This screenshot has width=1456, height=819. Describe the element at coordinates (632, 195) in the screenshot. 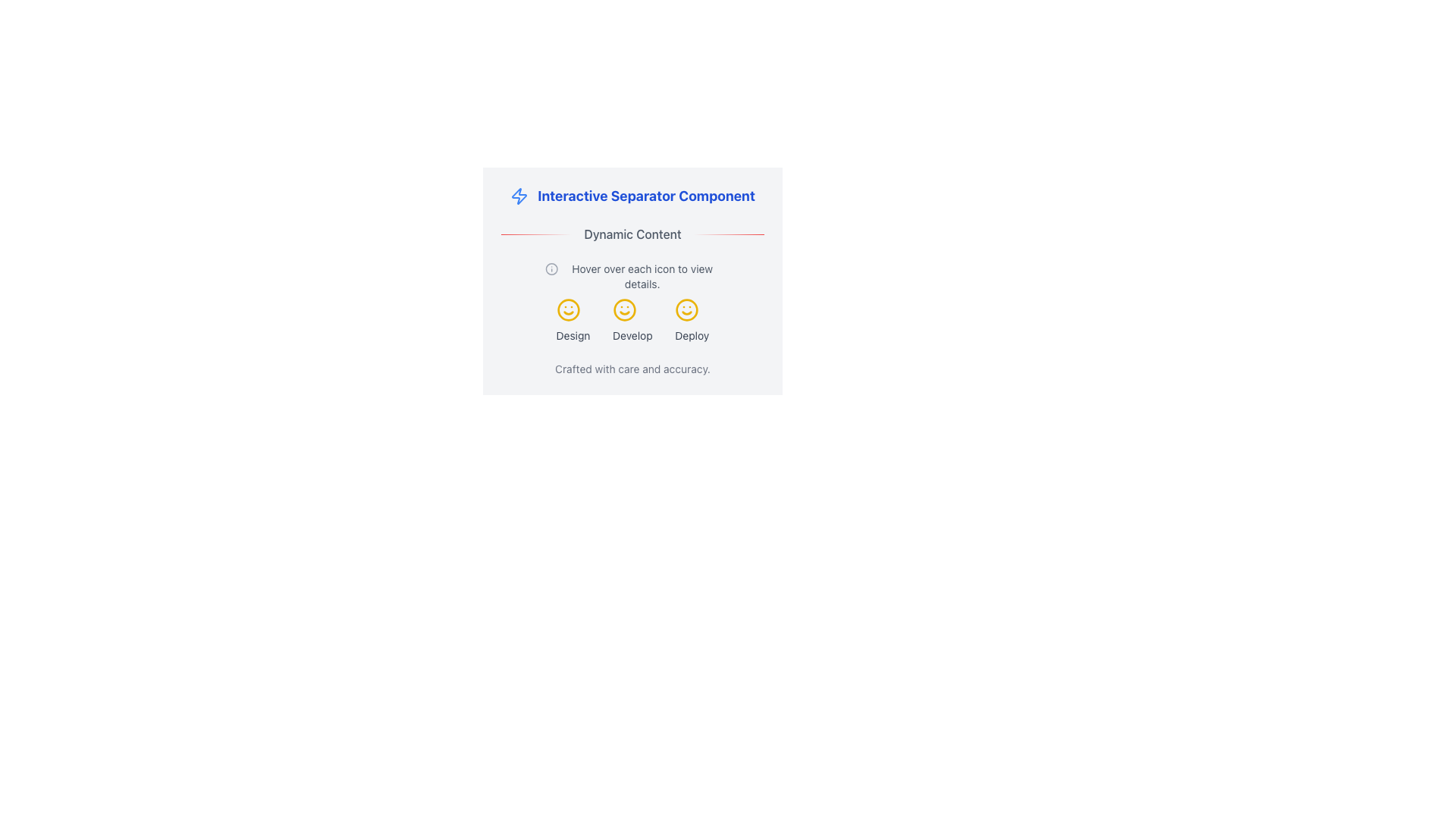

I see `the header element with an icon that indicates the section title` at that location.